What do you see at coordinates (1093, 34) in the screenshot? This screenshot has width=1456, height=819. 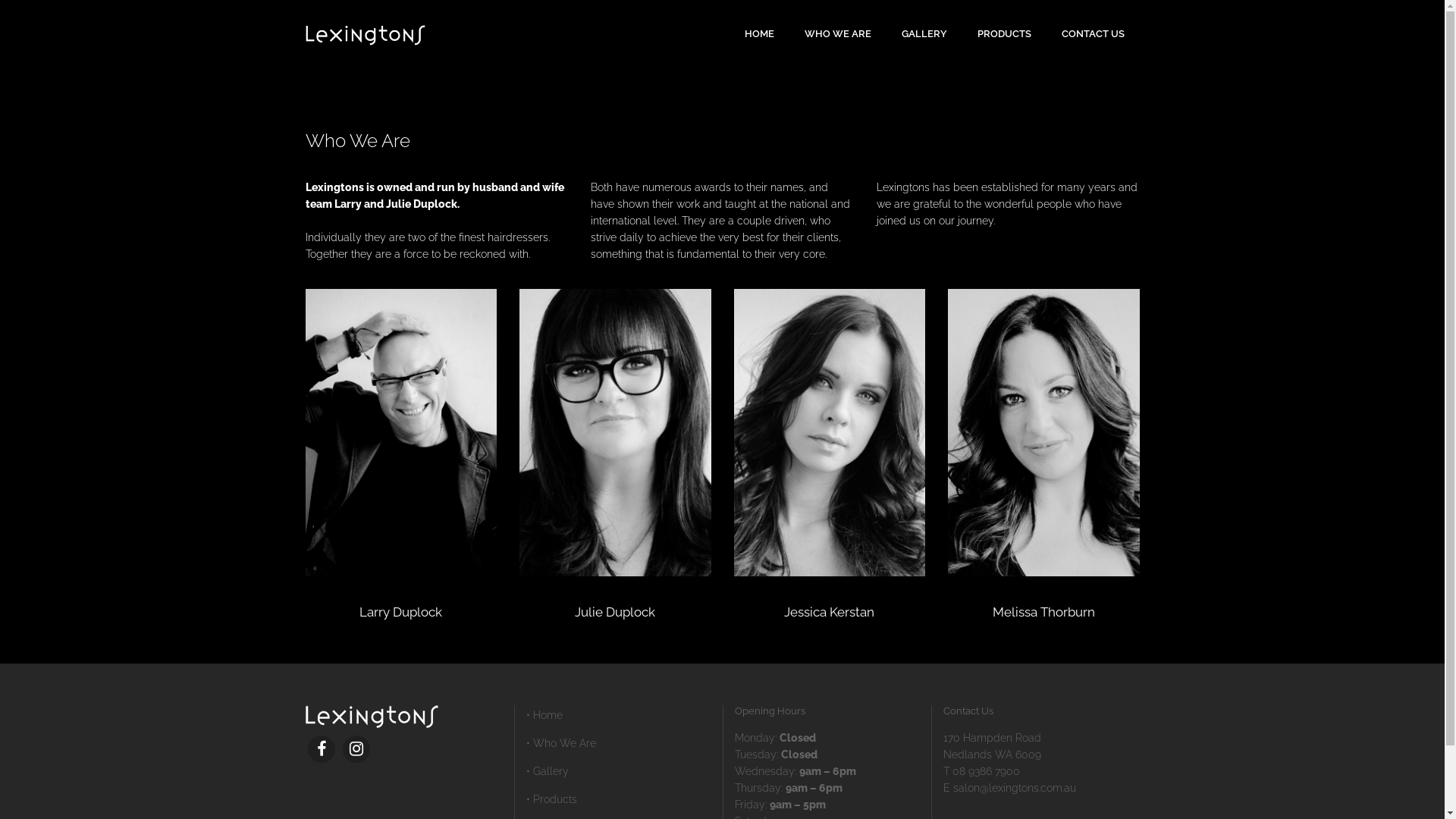 I see `'CONTACT US'` at bounding box center [1093, 34].